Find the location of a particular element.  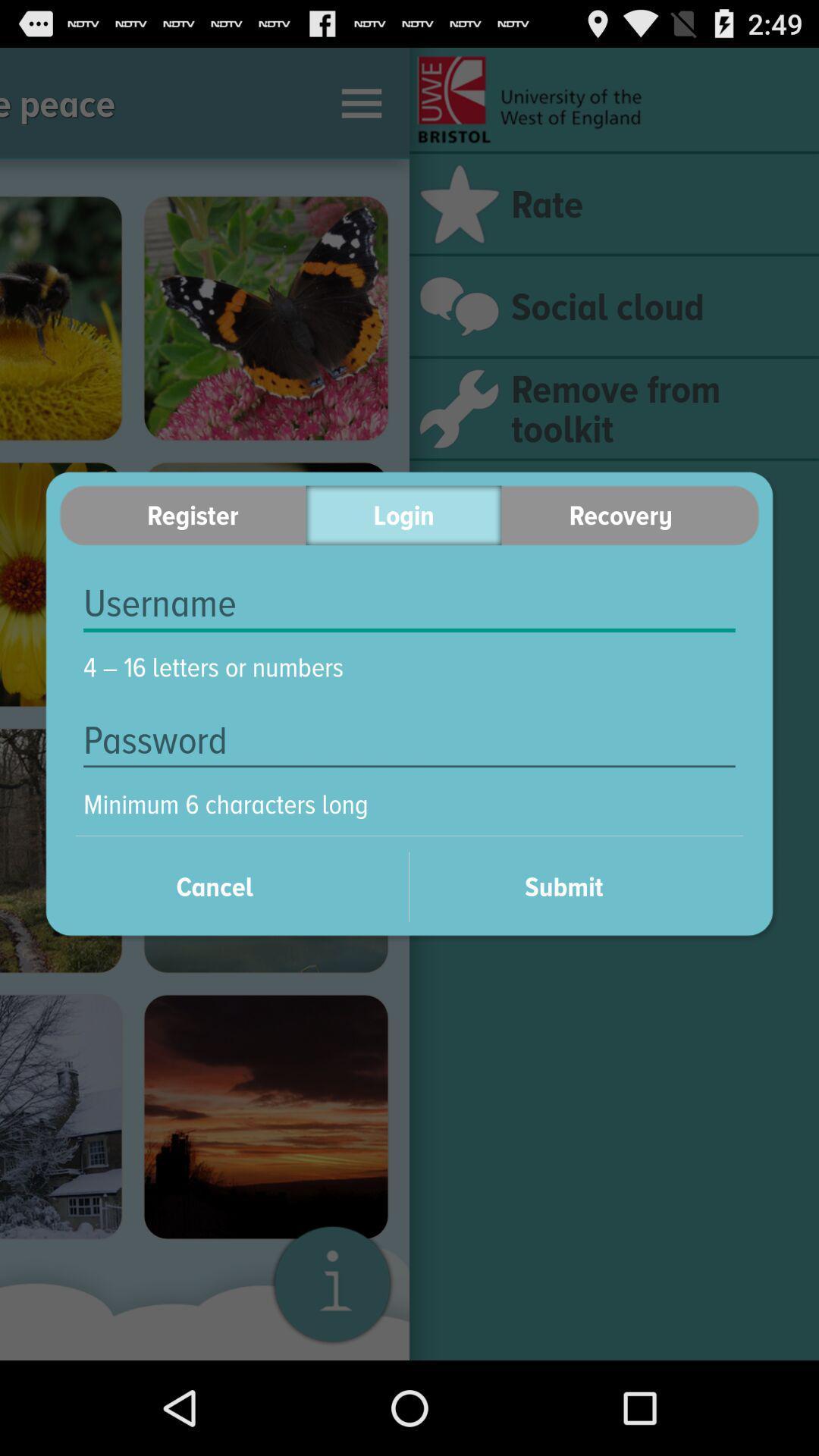

item above the 4 16 letters item is located at coordinates (409, 603).